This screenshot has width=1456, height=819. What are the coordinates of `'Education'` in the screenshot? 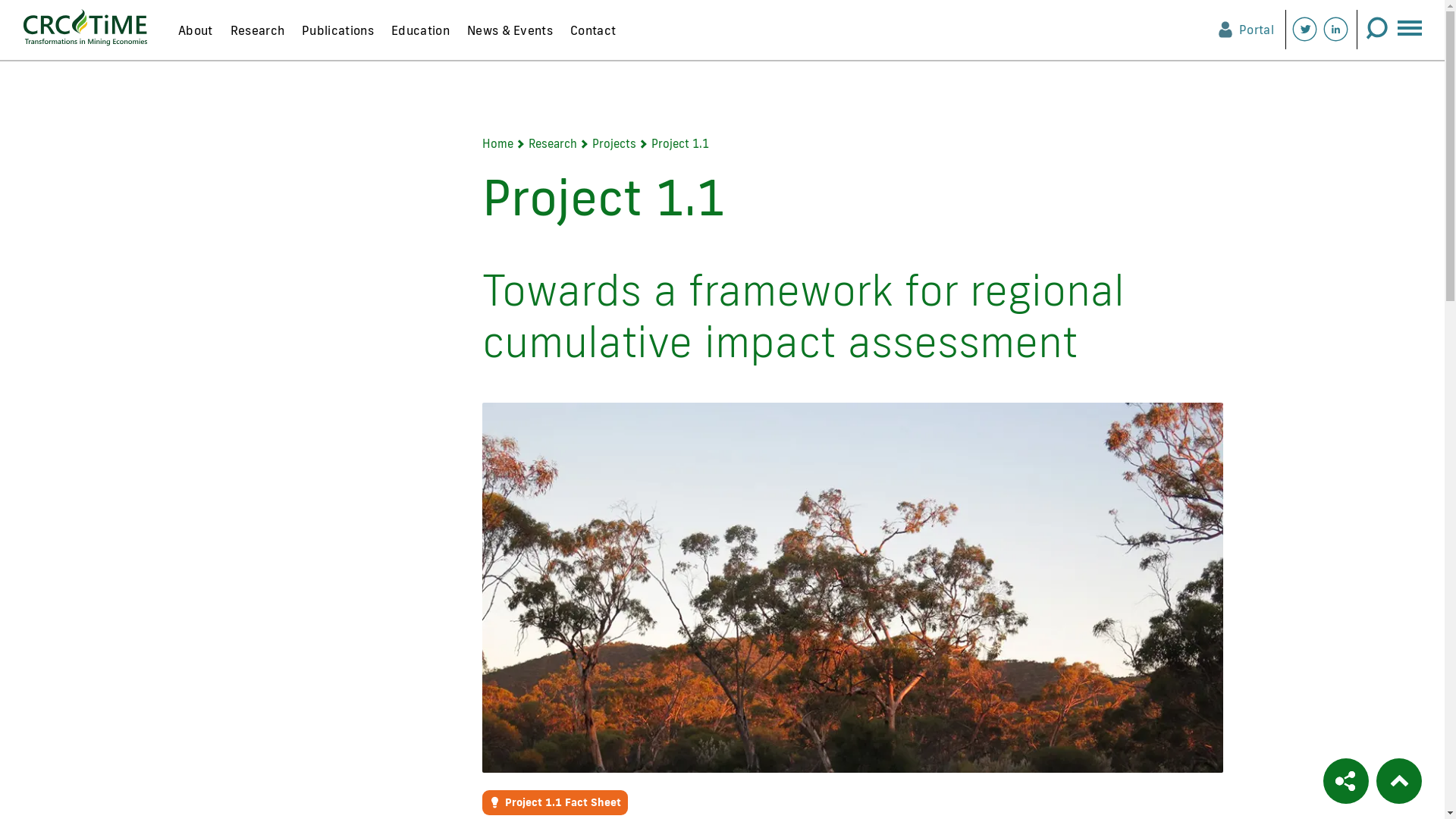 It's located at (419, 37).